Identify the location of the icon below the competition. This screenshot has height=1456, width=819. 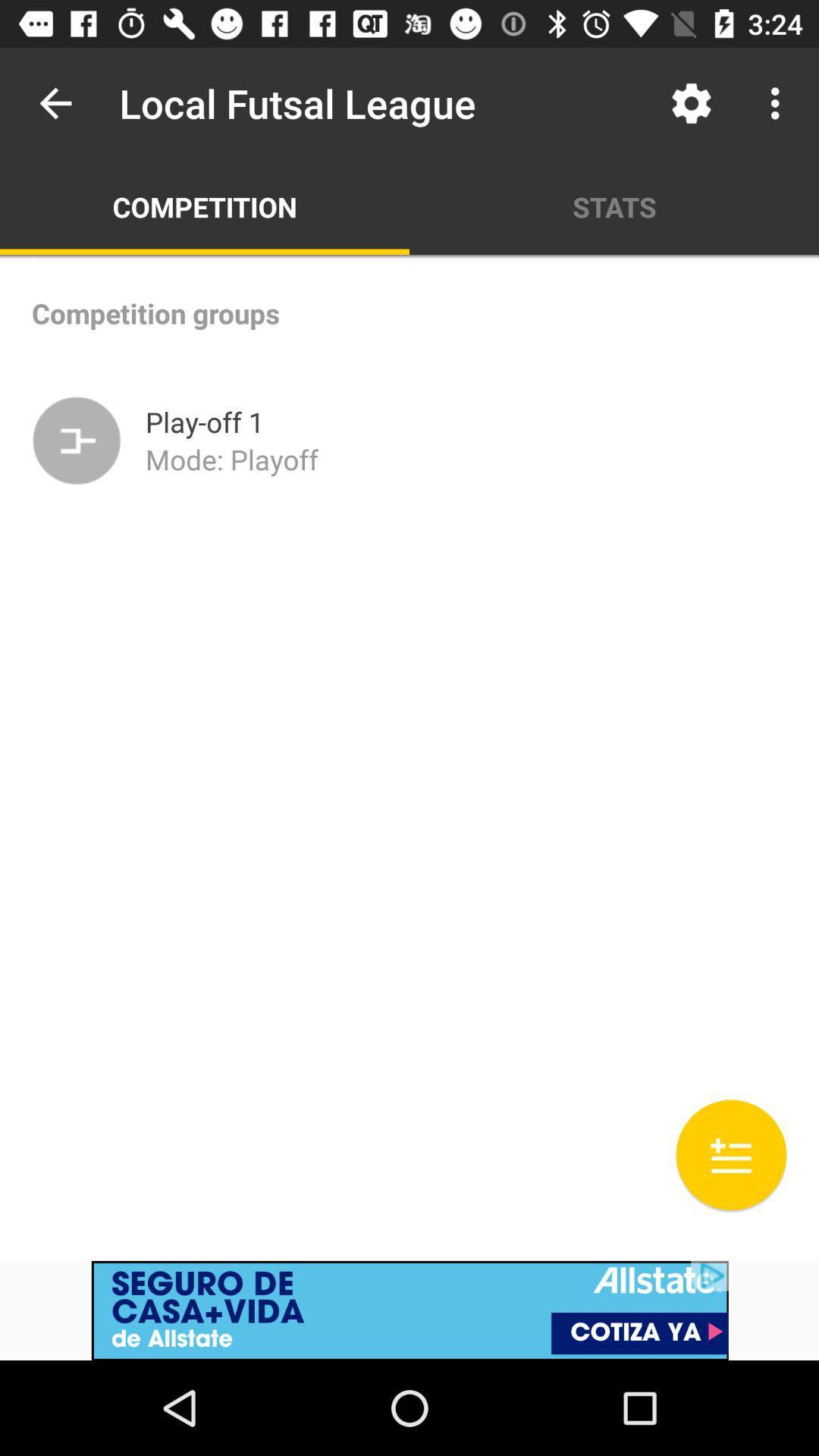
(77, 440).